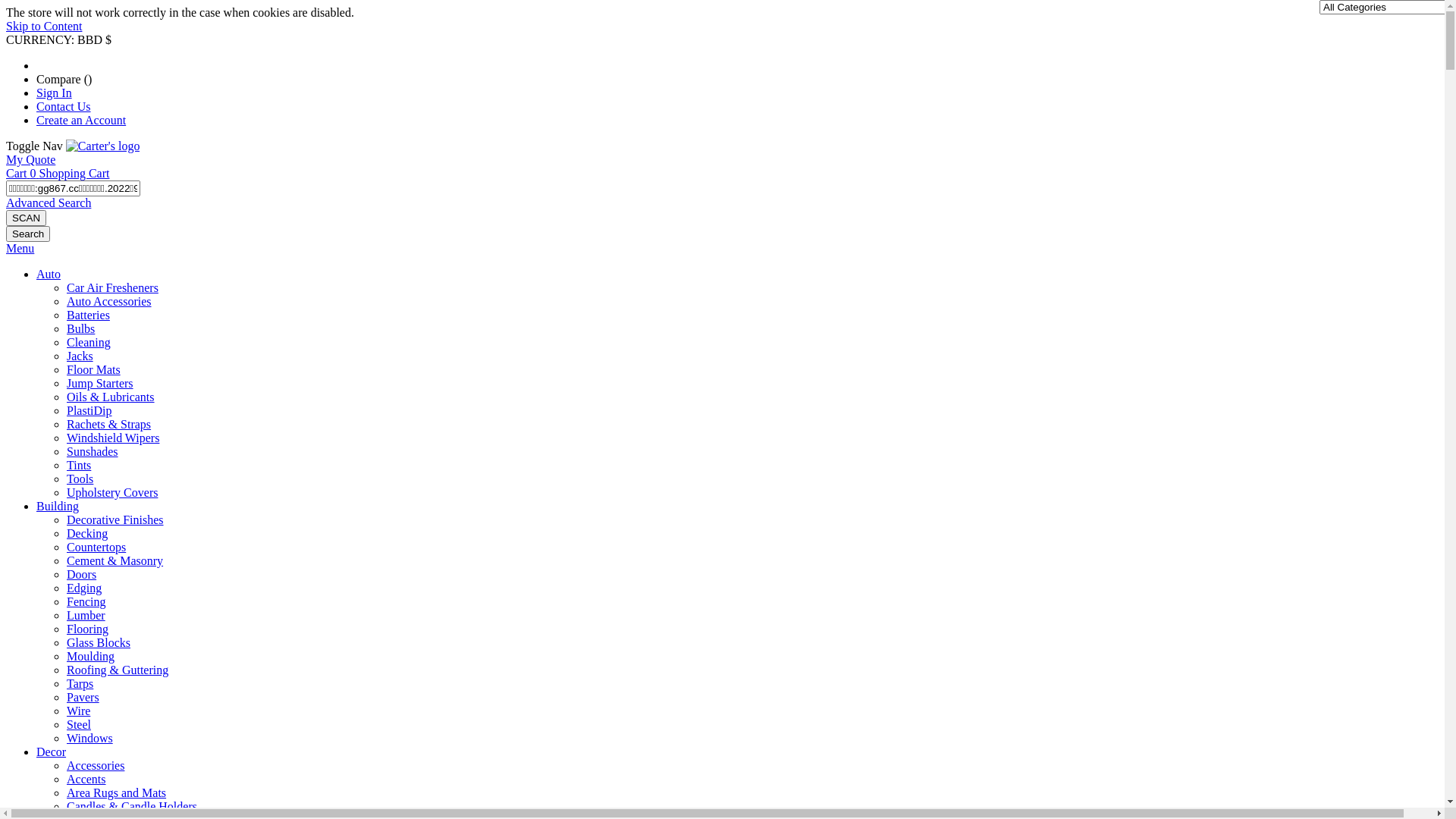  What do you see at coordinates (48, 274) in the screenshot?
I see `'Auto'` at bounding box center [48, 274].